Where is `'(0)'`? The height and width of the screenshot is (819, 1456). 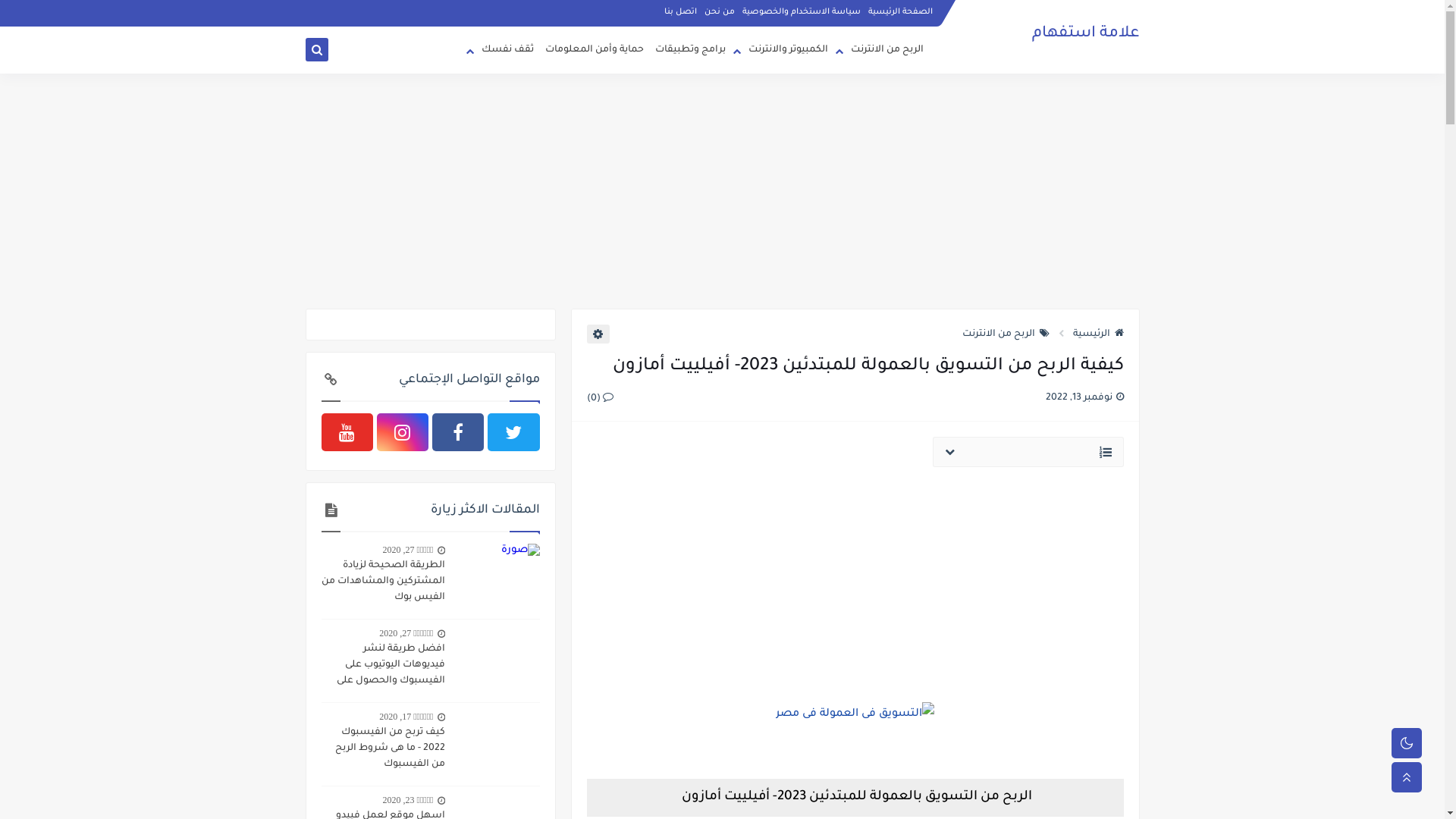
'(0)' is located at coordinates (585, 397).